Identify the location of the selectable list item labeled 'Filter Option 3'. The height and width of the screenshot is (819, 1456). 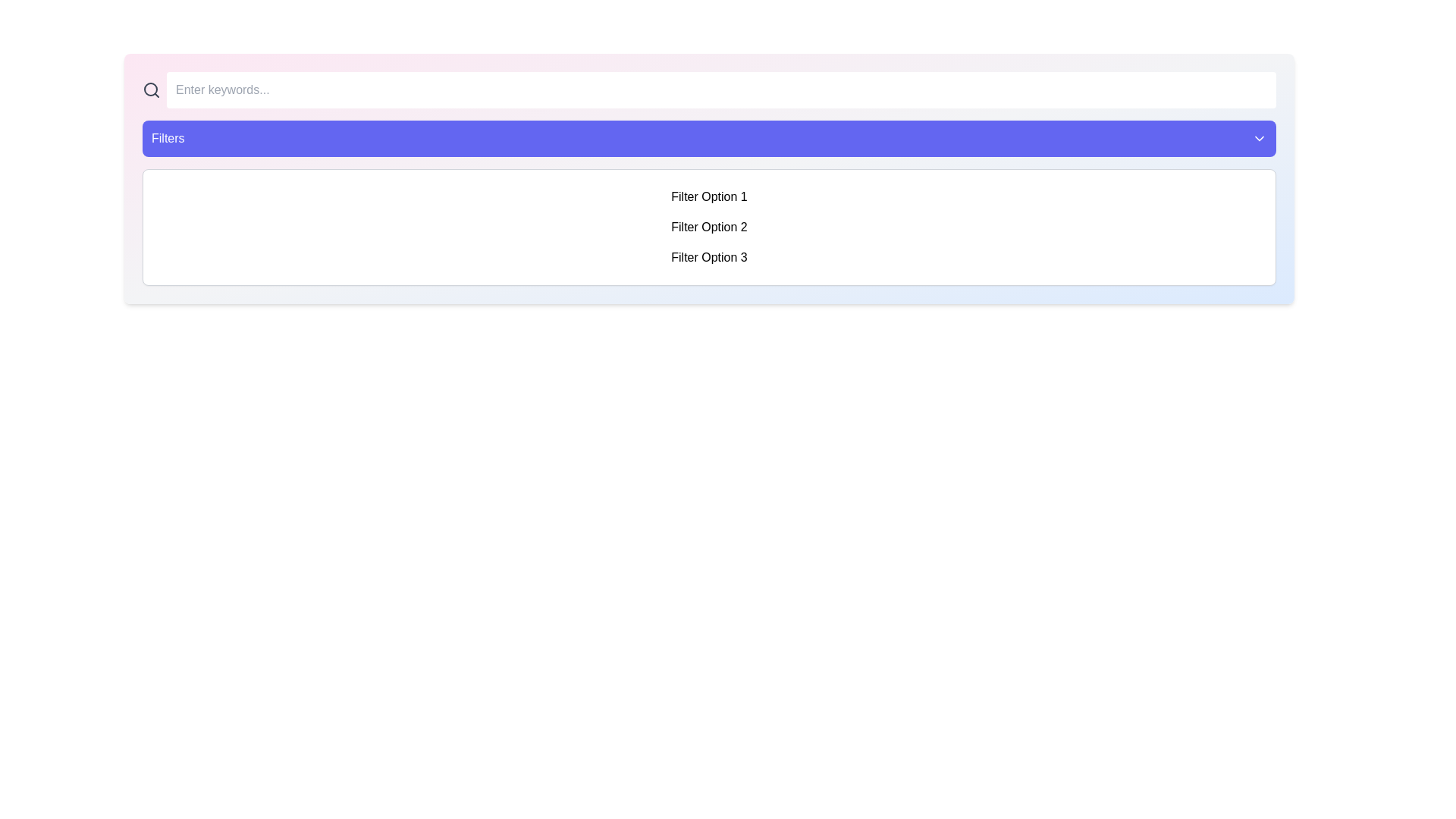
(708, 256).